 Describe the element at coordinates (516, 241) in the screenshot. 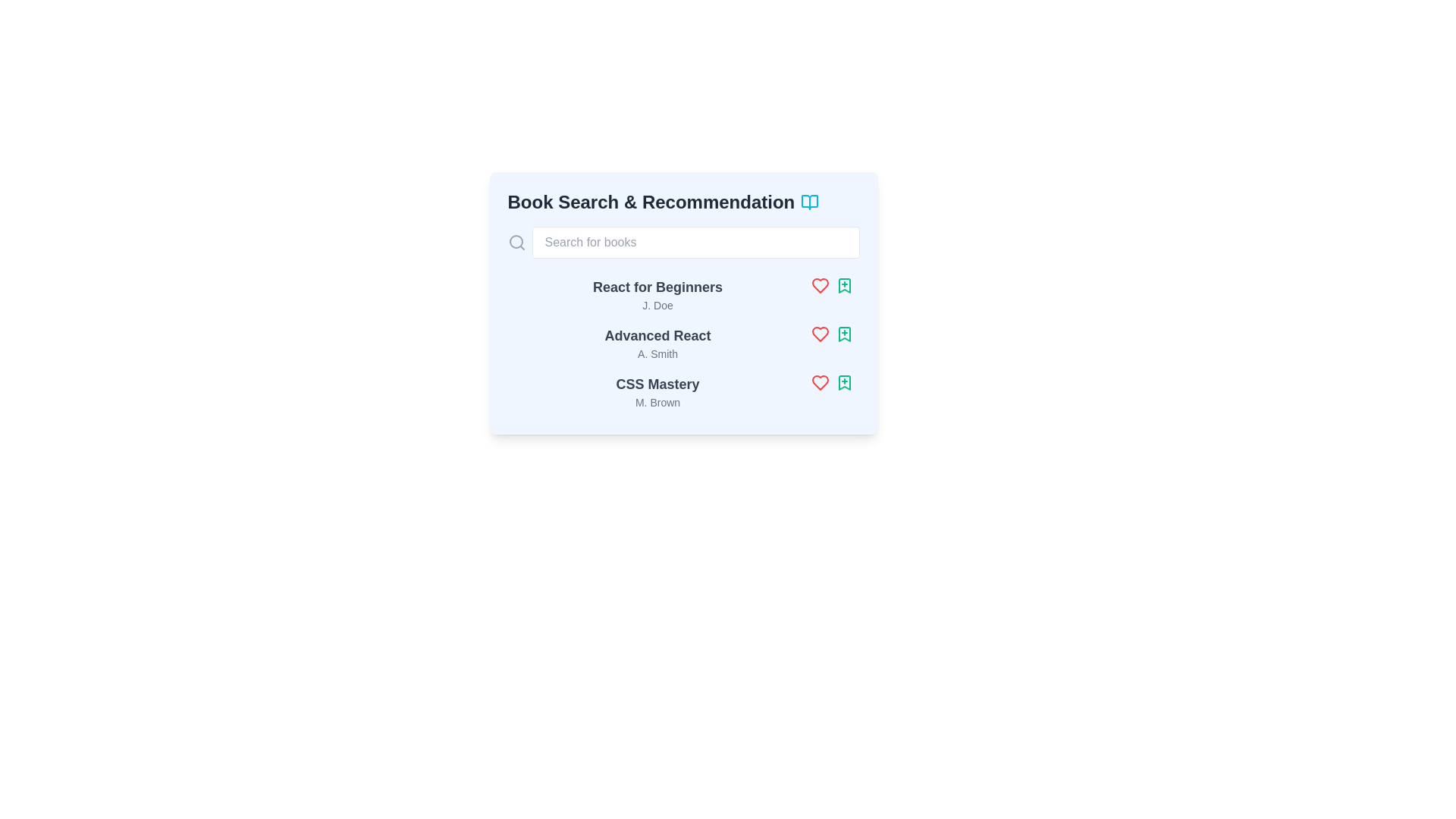

I see `the innermost circular part of the search icon that represents the lens of the magnifying glass in the interface` at that location.